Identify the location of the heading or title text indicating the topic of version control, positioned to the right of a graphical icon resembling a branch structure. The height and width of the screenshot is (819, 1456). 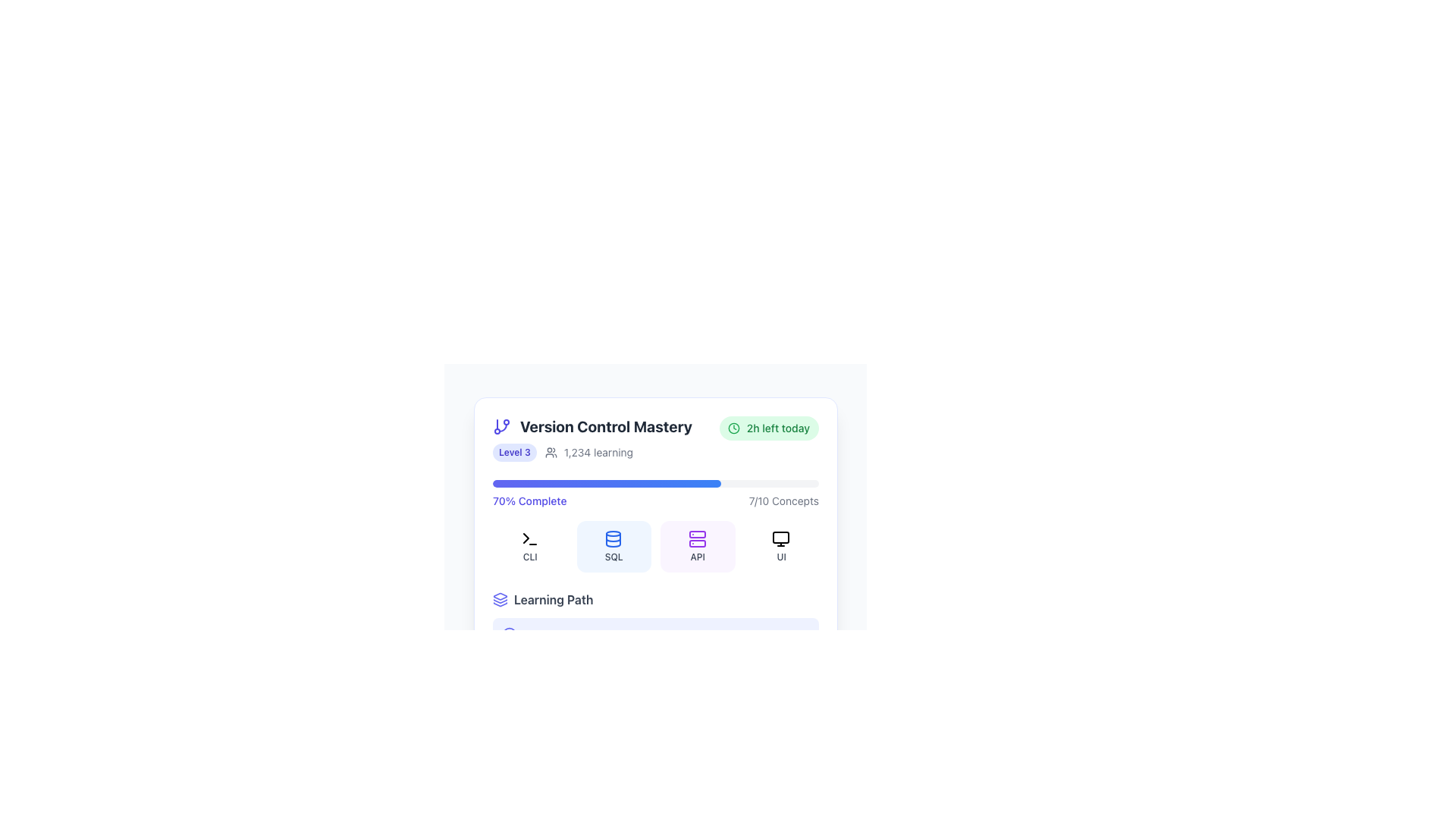
(604, 427).